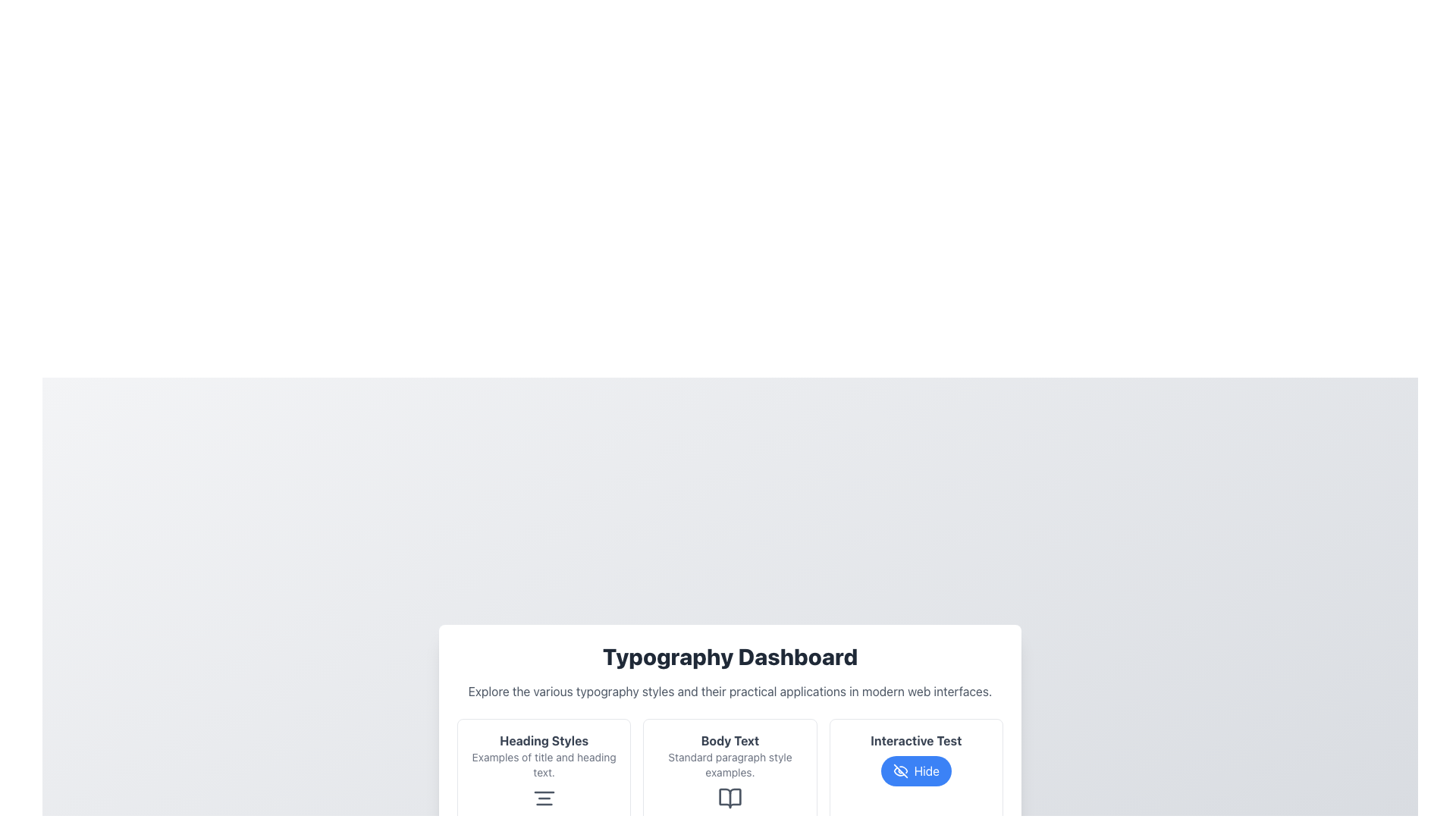 This screenshot has height=819, width=1456. I want to click on text label that states 'Explore the various typography styles and their practical applications in modern web interfaces.' located under the 'Typography Dashboard' heading in the bordered white card interface, so click(730, 691).